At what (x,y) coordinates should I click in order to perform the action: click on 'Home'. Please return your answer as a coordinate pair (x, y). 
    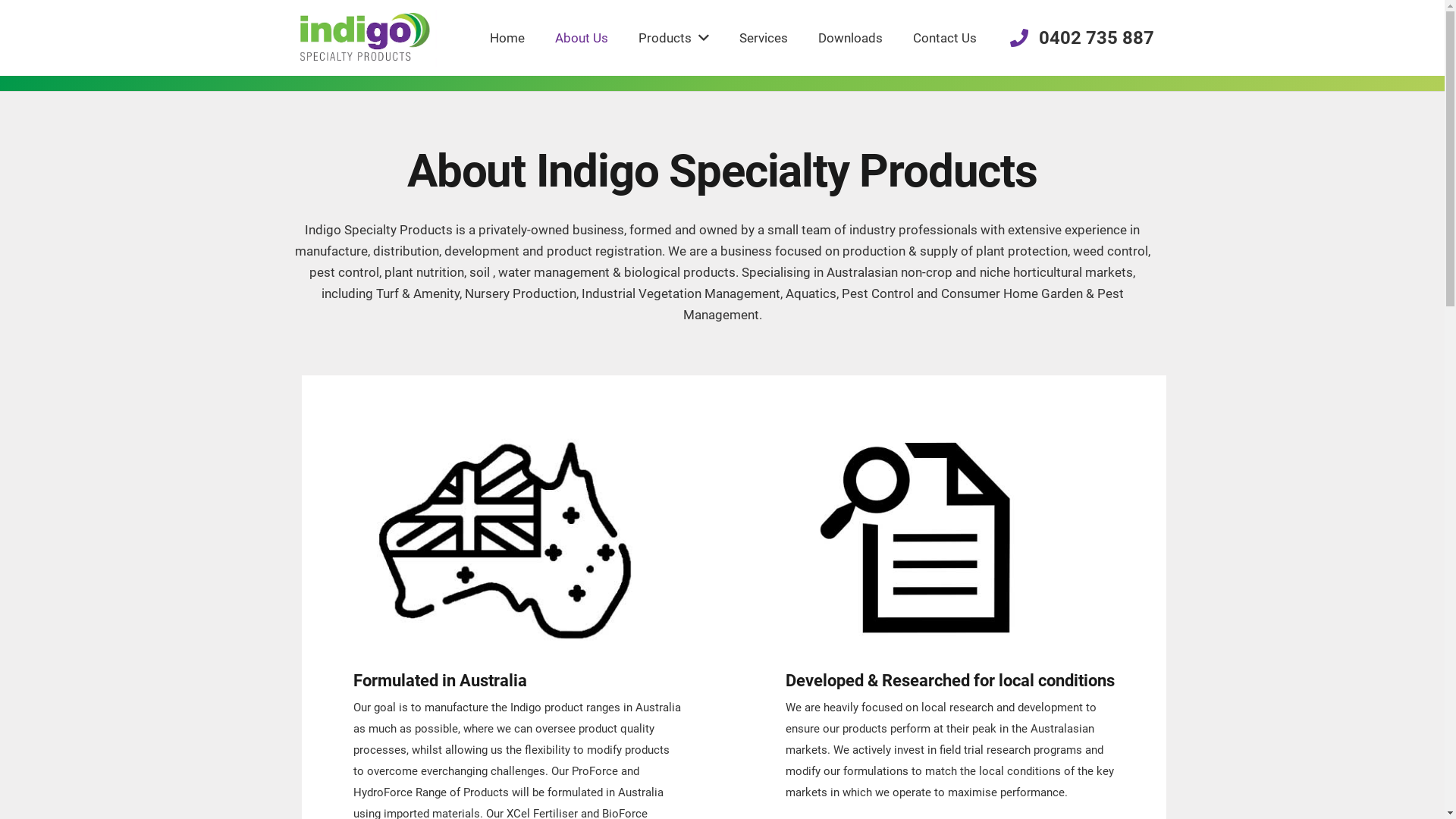
    Looking at the image, I should click on (507, 37).